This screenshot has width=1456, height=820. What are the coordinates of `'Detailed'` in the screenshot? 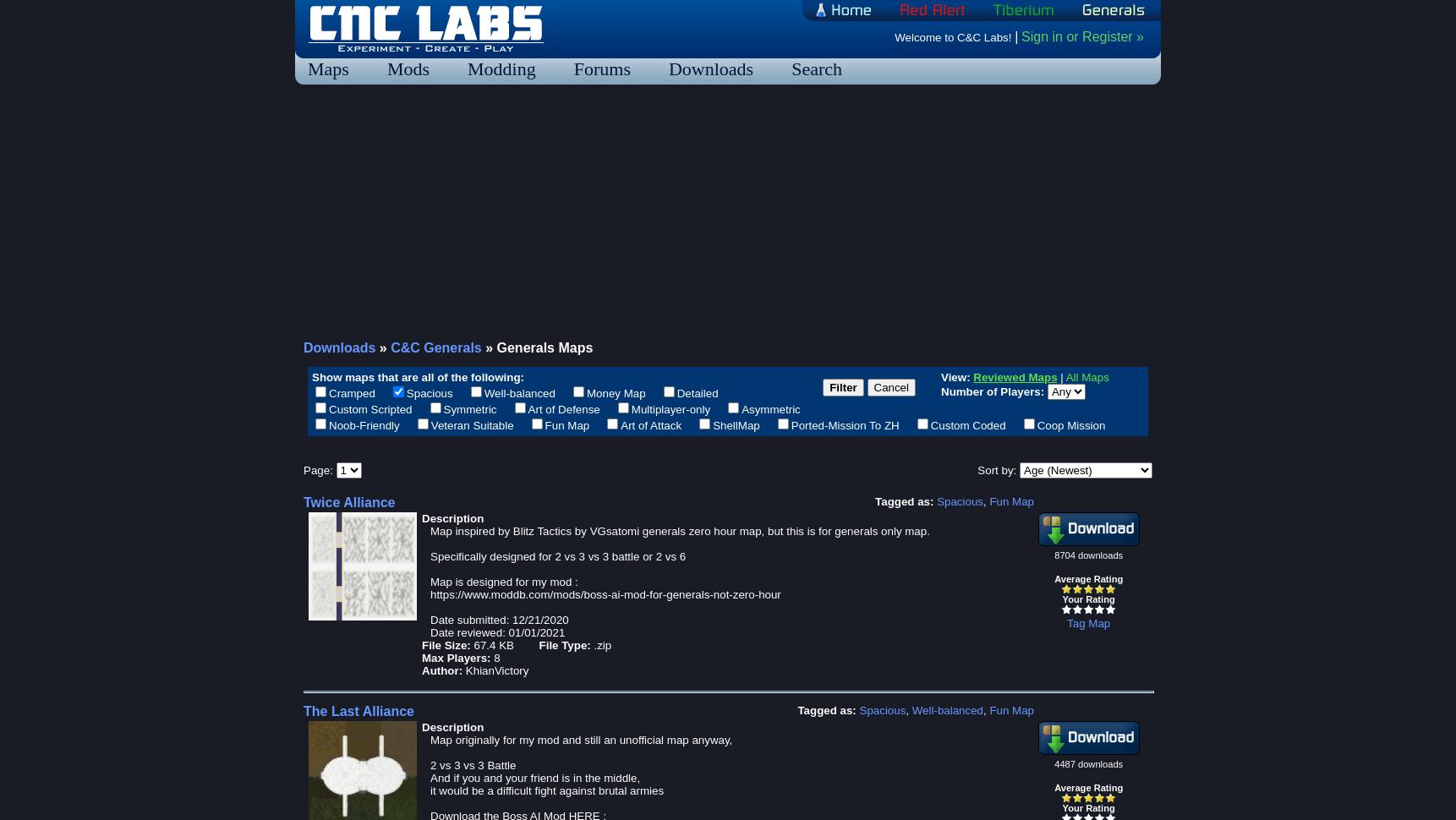 It's located at (696, 391).